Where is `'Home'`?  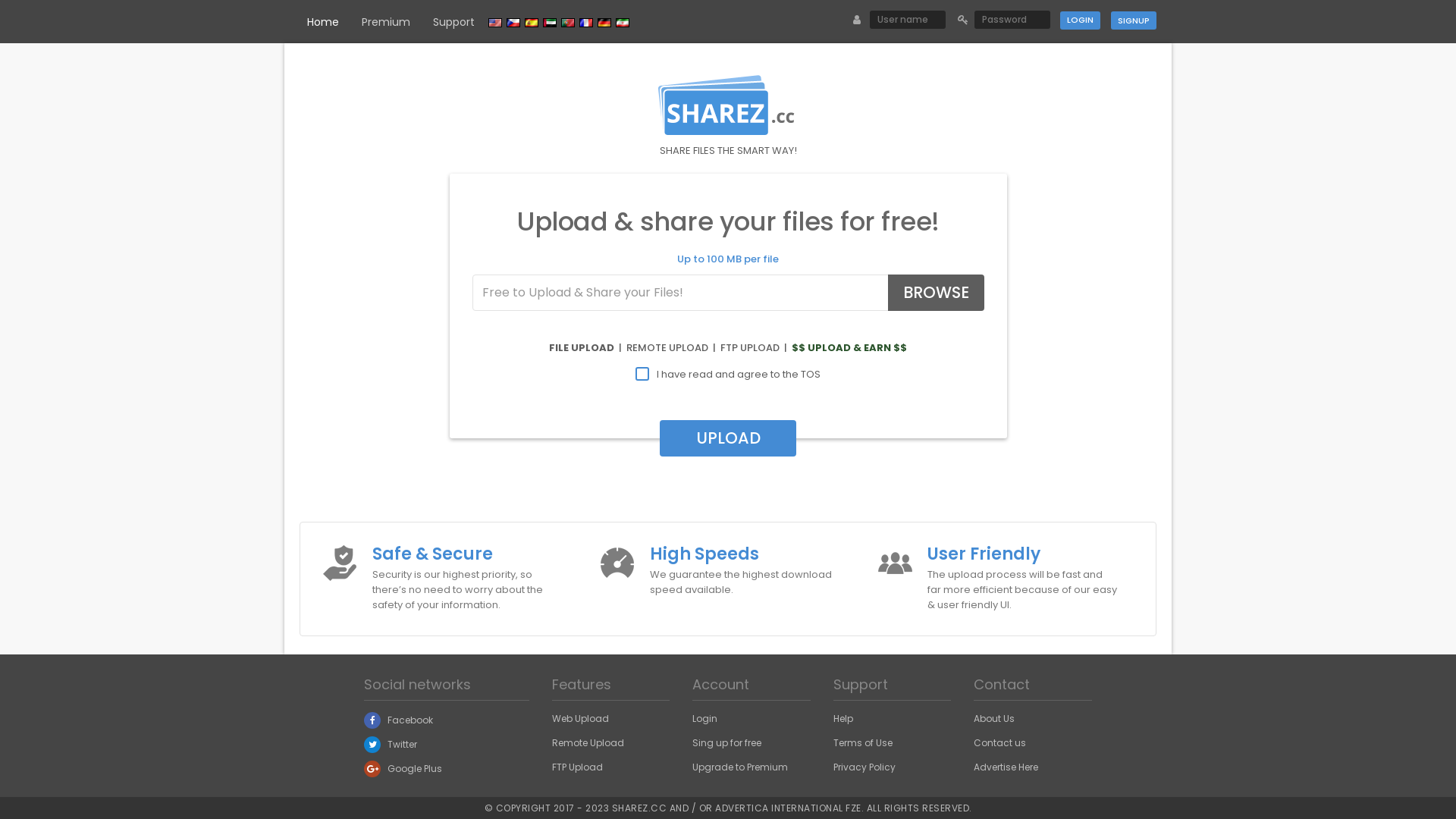 'Home' is located at coordinates (322, 22).